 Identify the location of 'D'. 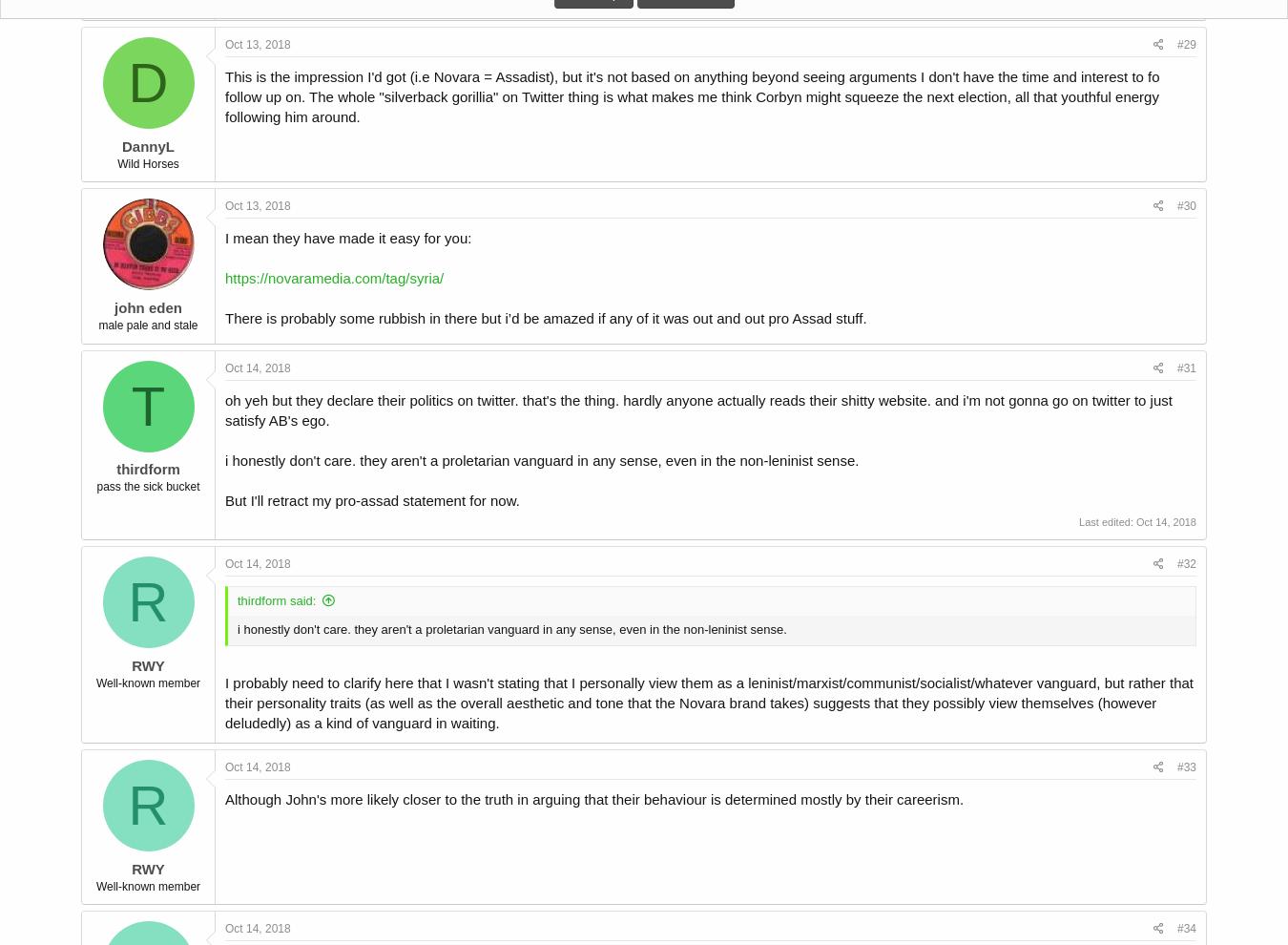
(147, 82).